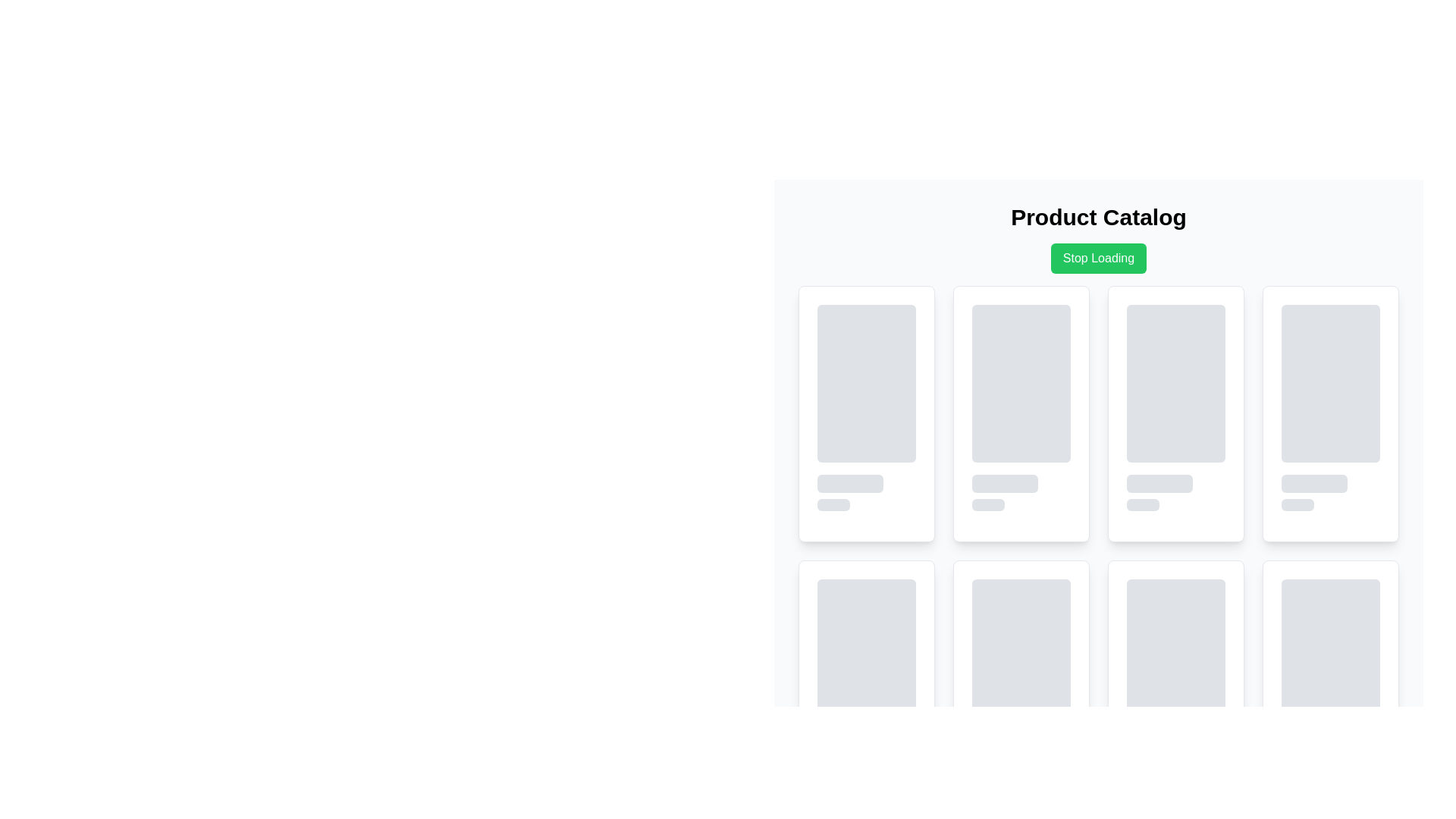  Describe the element at coordinates (866, 382) in the screenshot. I see `the uppermost placeholder box` at that location.